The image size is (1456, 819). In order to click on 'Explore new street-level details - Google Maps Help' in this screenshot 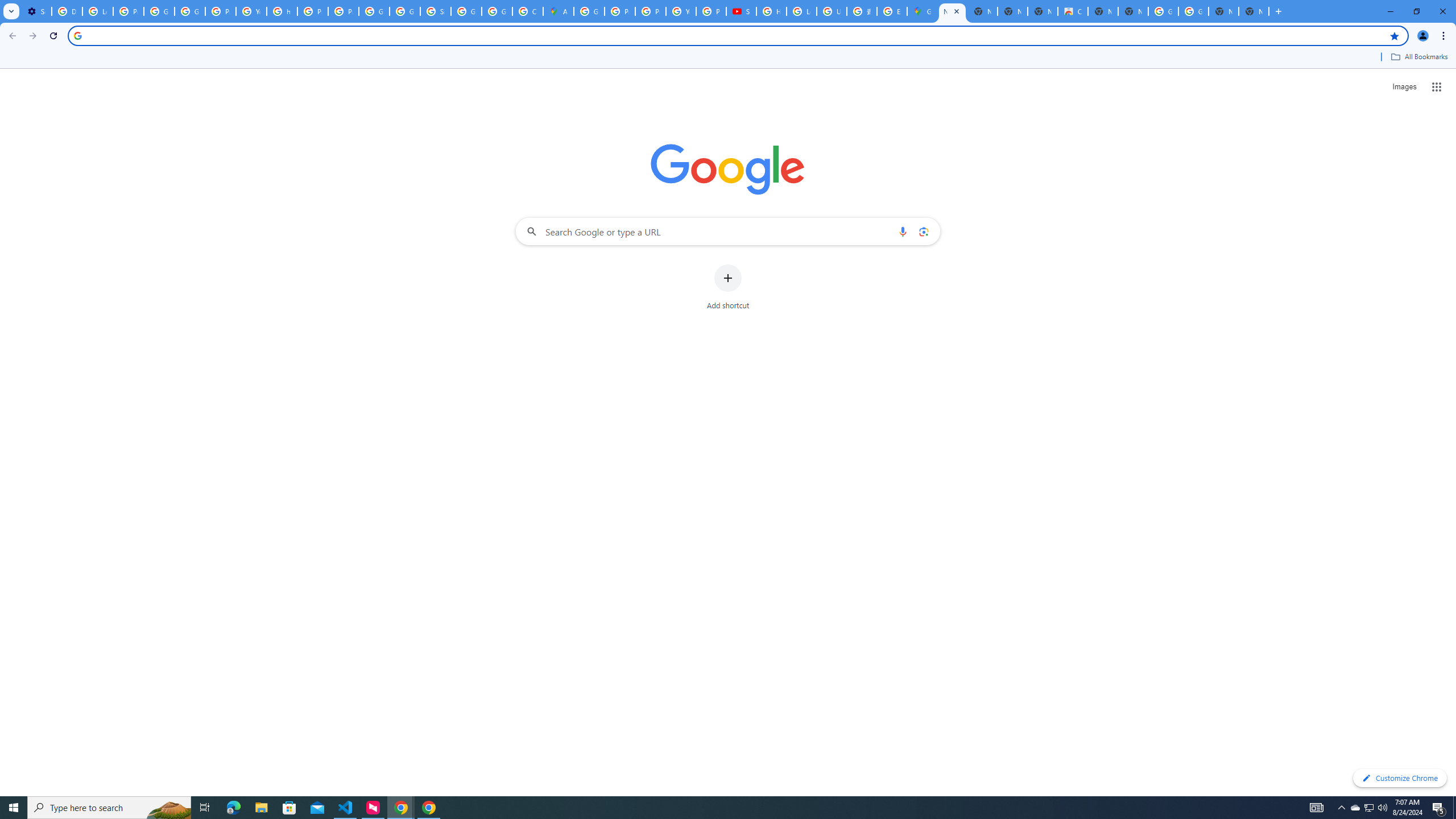, I will do `click(892, 11)`.